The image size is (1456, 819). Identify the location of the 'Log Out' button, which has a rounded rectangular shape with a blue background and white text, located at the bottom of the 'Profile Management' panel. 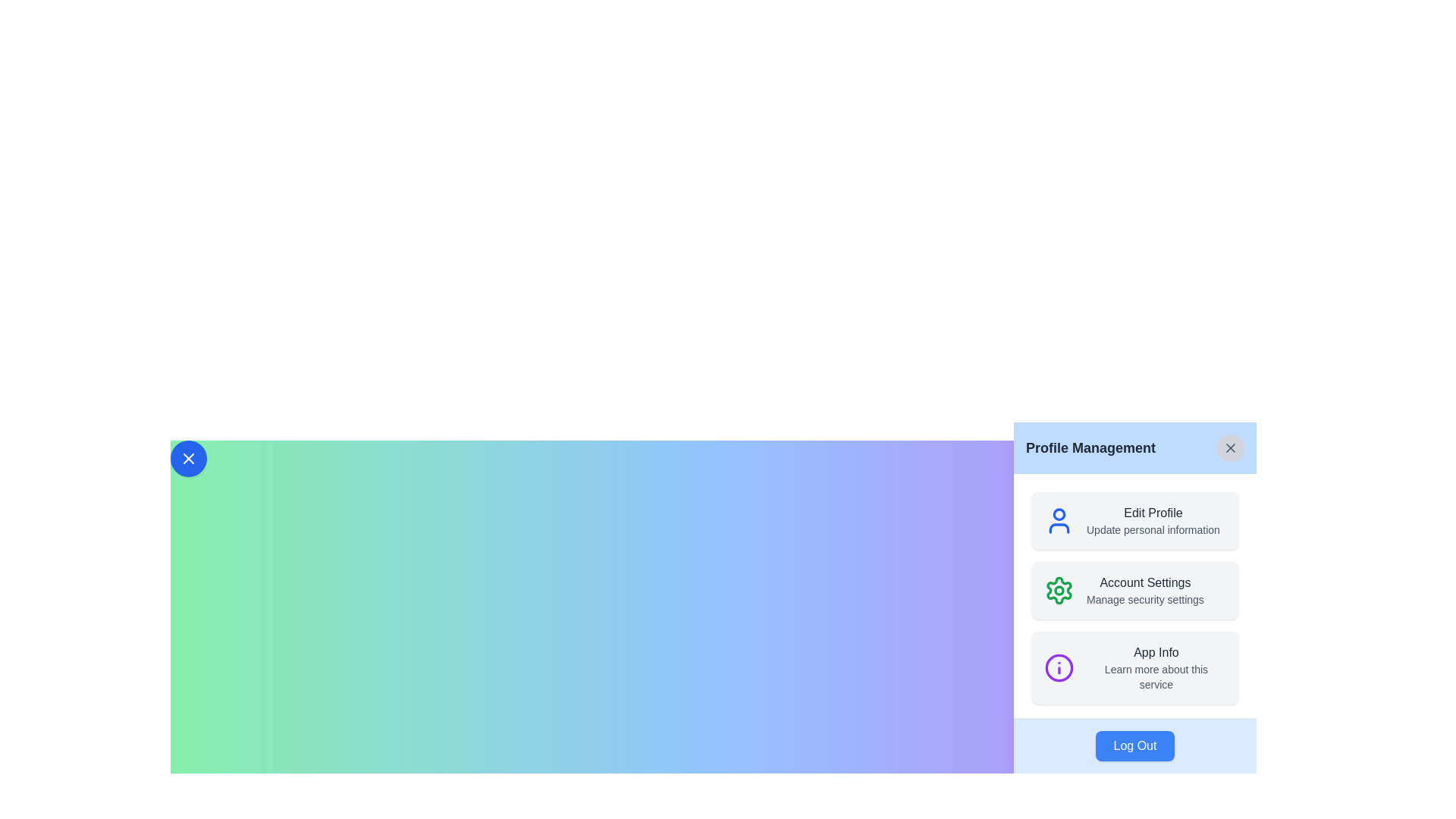
(1135, 745).